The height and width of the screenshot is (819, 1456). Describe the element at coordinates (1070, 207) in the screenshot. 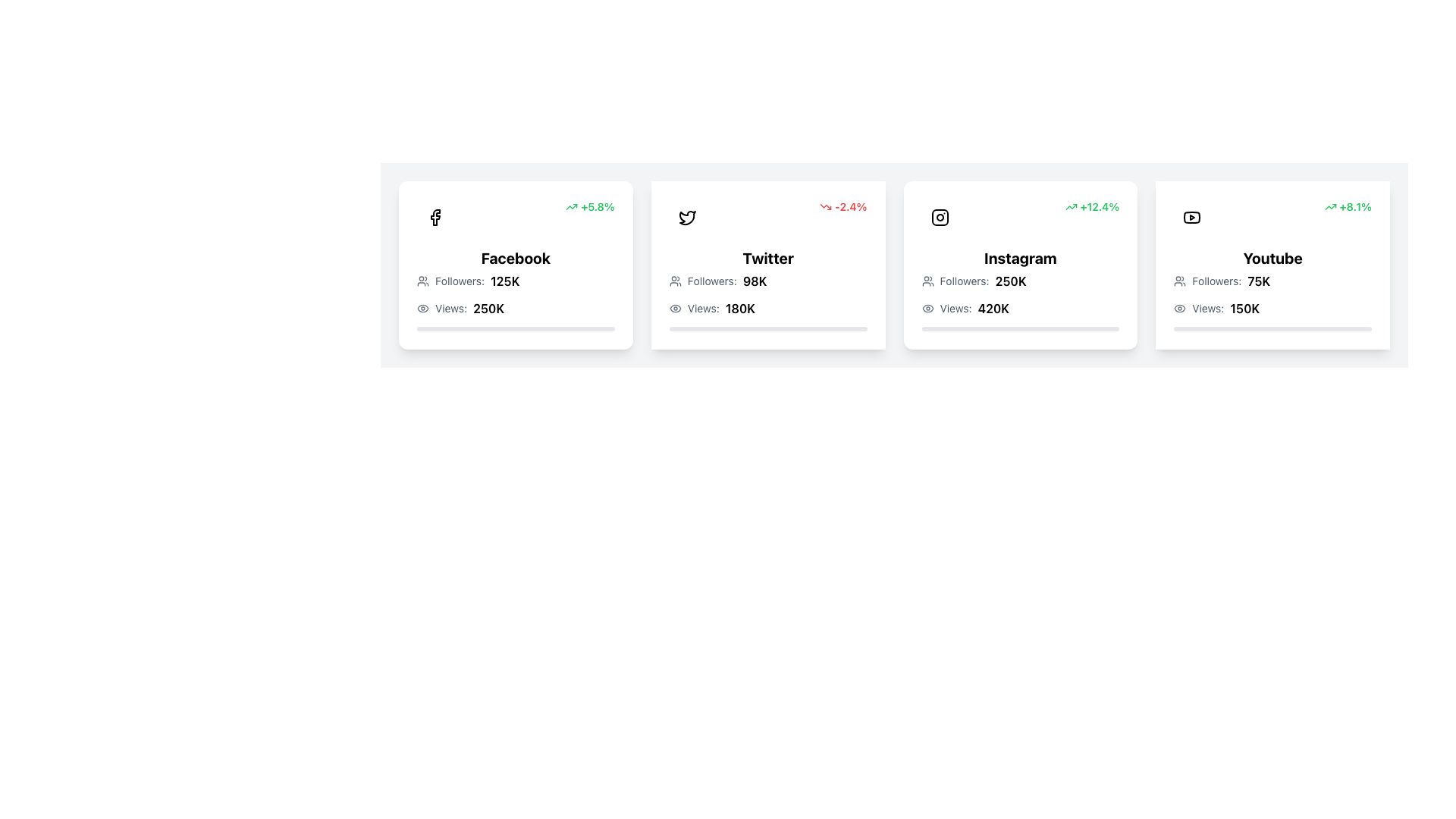

I see `the positive growth indicator icon located in the Instagram statistics card, positioned to the right of the Instagram logo and above the '+12.4%' text` at that location.